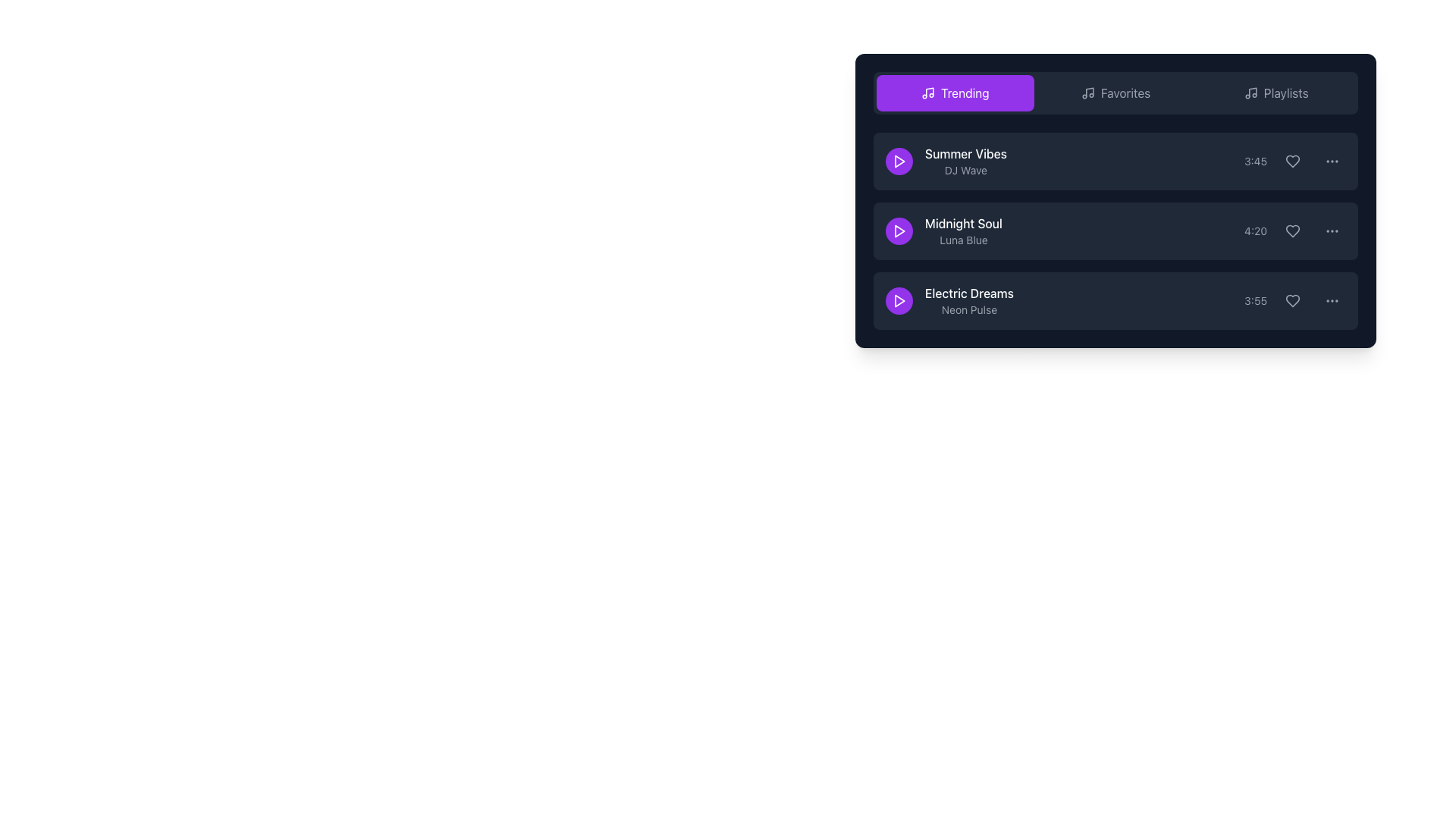 The width and height of the screenshot is (1456, 819). Describe the element at coordinates (1256, 301) in the screenshot. I see `the static label displaying the duration of the song 'Electric Dreams', located at the bottom-right portion of the third row in the playlist interface` at that location.